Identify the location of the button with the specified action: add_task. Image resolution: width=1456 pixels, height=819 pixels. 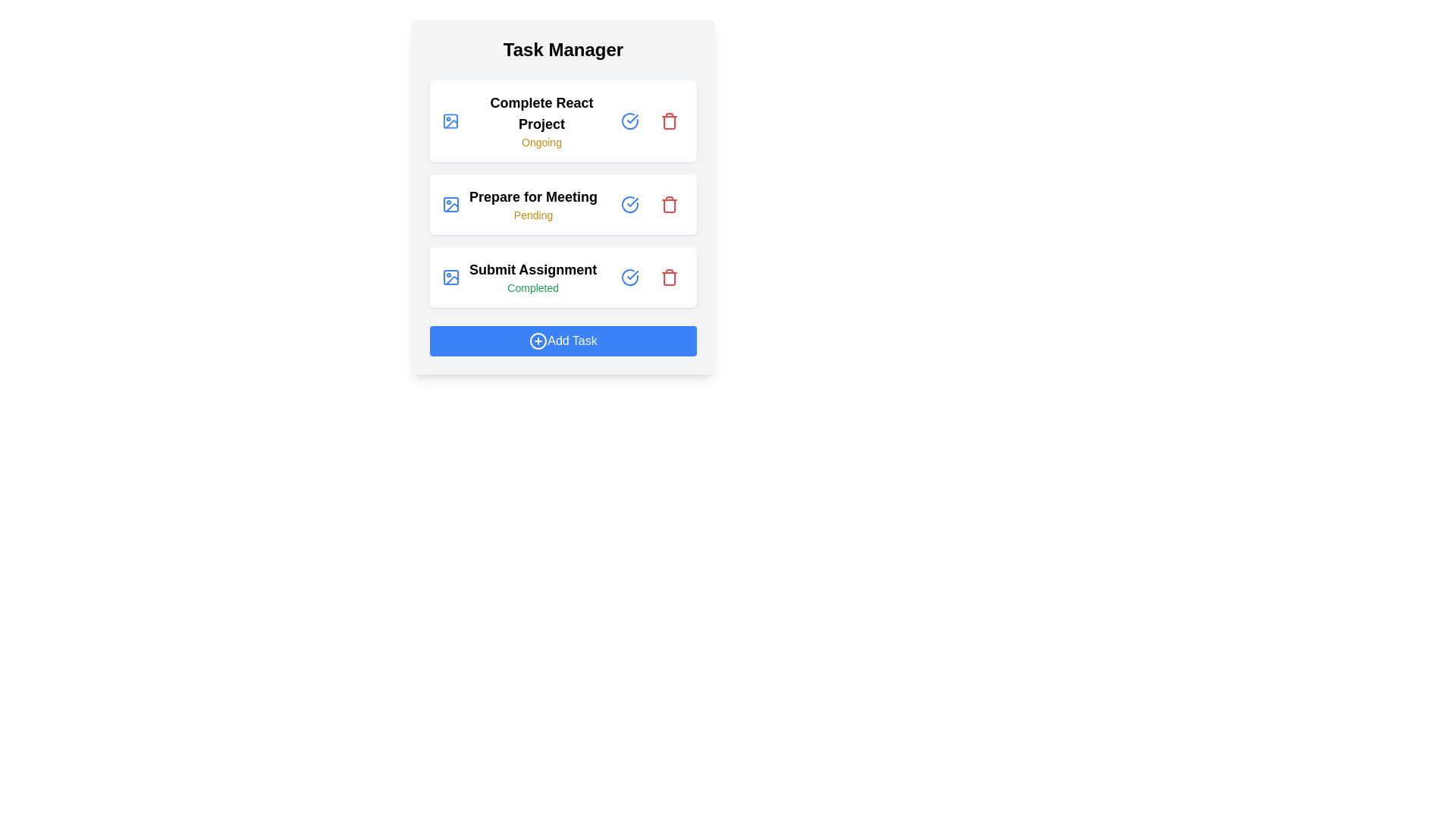
(563, 341).